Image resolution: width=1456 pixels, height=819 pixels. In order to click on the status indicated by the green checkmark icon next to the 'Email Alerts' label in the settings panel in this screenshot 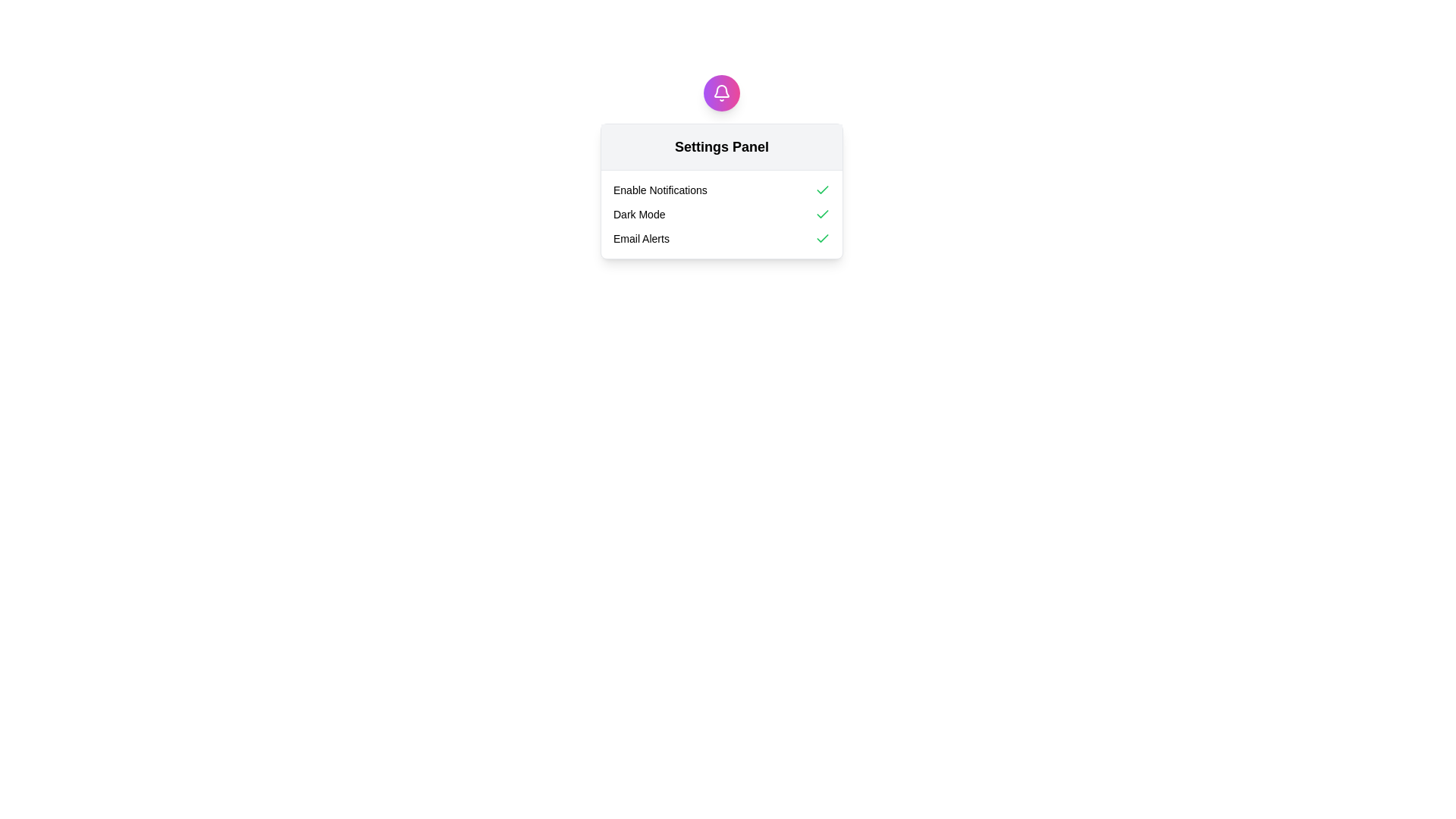, I will do `click(821, 239)`.